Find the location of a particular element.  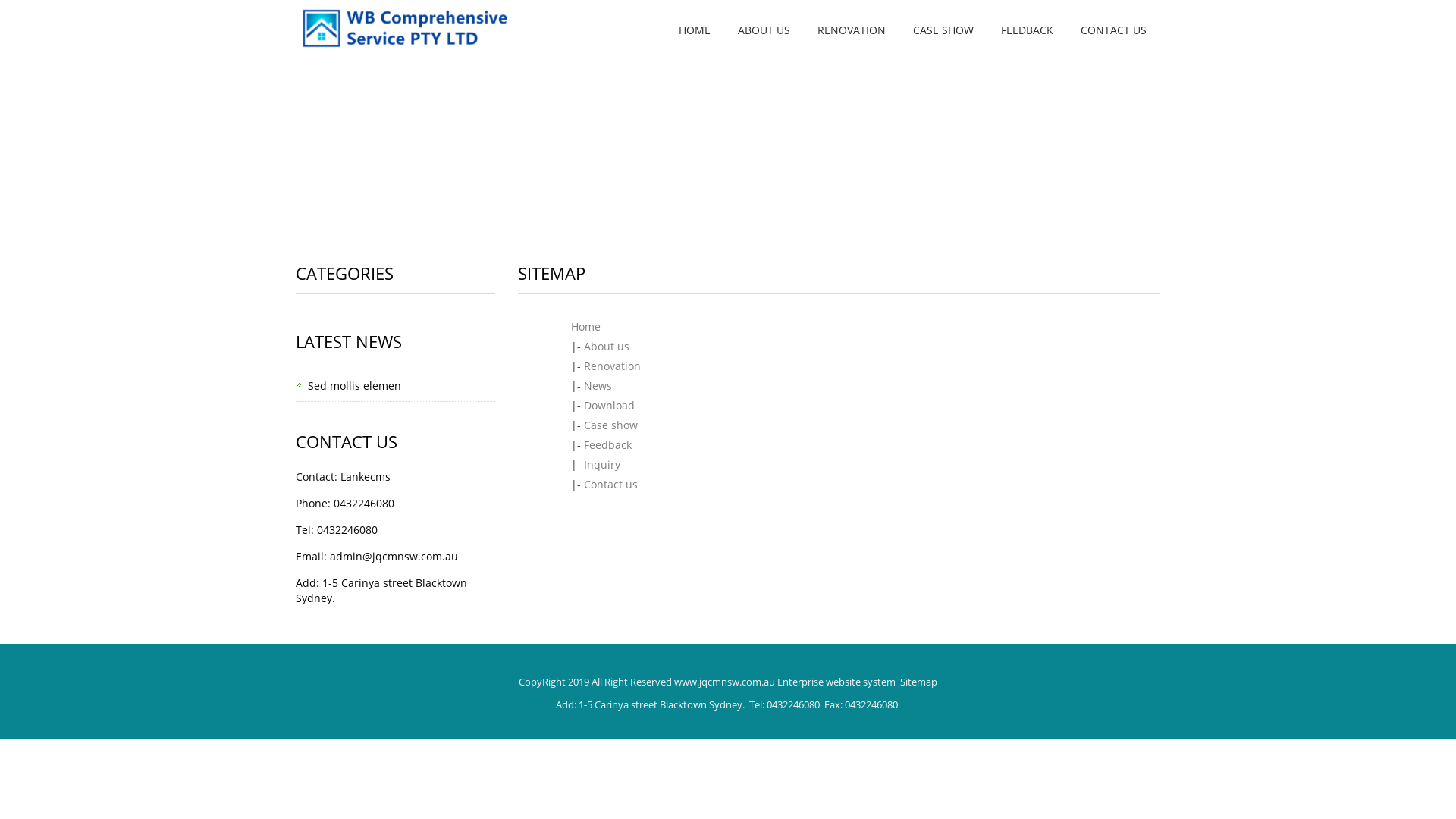

'Sed mollis elemen' is located at coordinates (353, 384).